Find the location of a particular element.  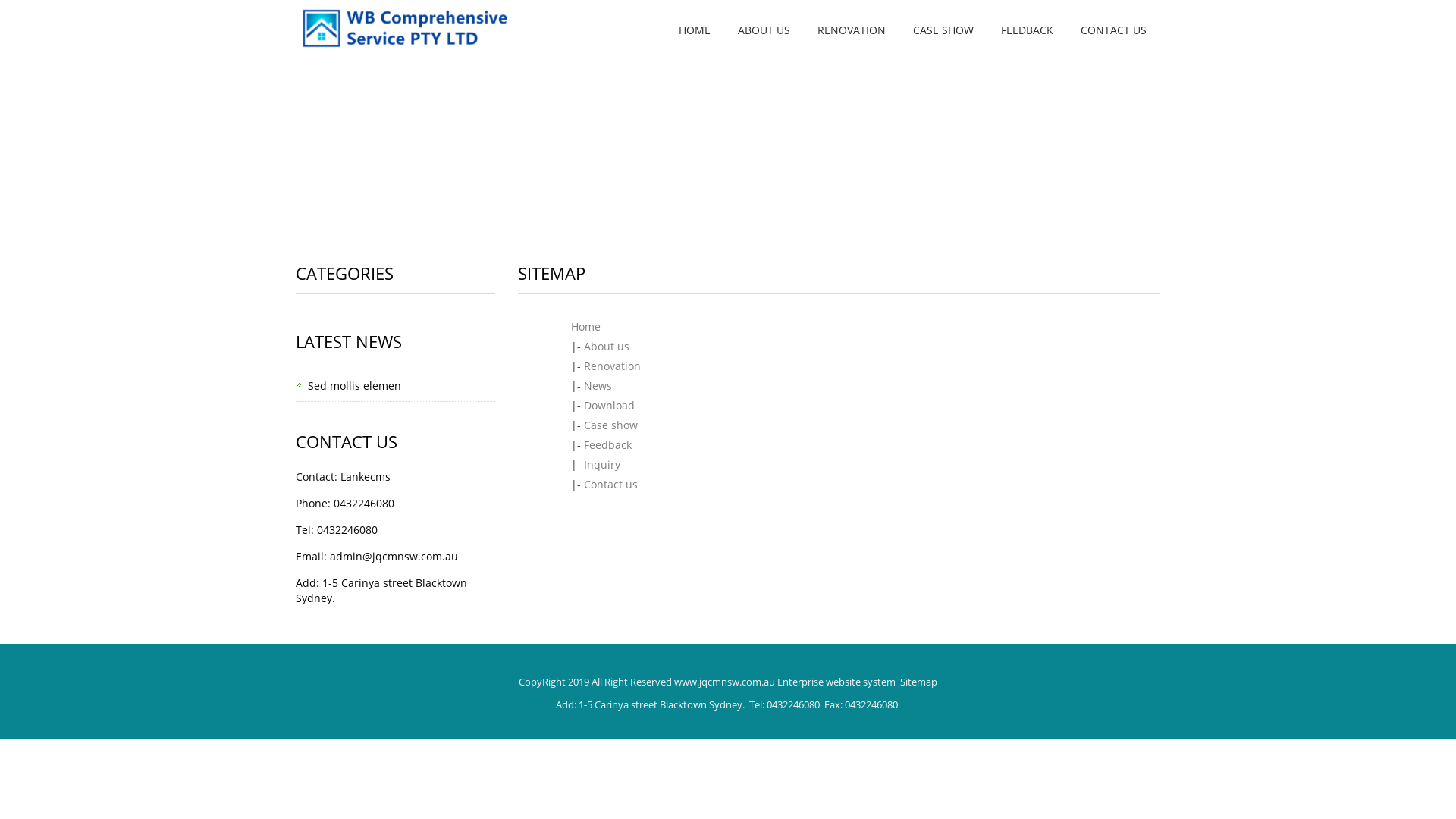

'Sed mollis elemen' is located at coordinates (353, 384).